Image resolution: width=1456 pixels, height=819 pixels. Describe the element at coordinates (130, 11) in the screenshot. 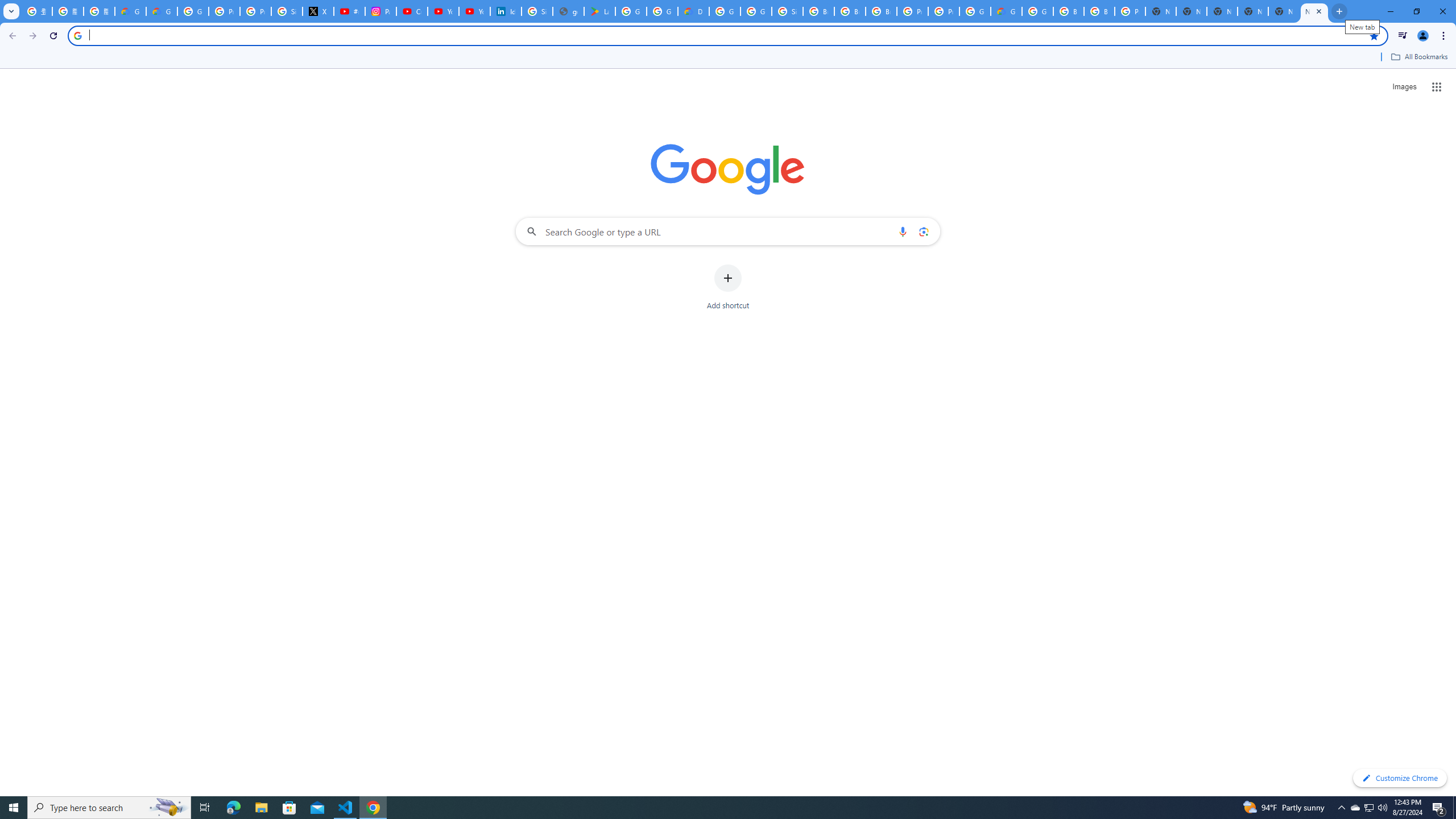

I see `'Google Cloud Privacy Notice'` at that location.